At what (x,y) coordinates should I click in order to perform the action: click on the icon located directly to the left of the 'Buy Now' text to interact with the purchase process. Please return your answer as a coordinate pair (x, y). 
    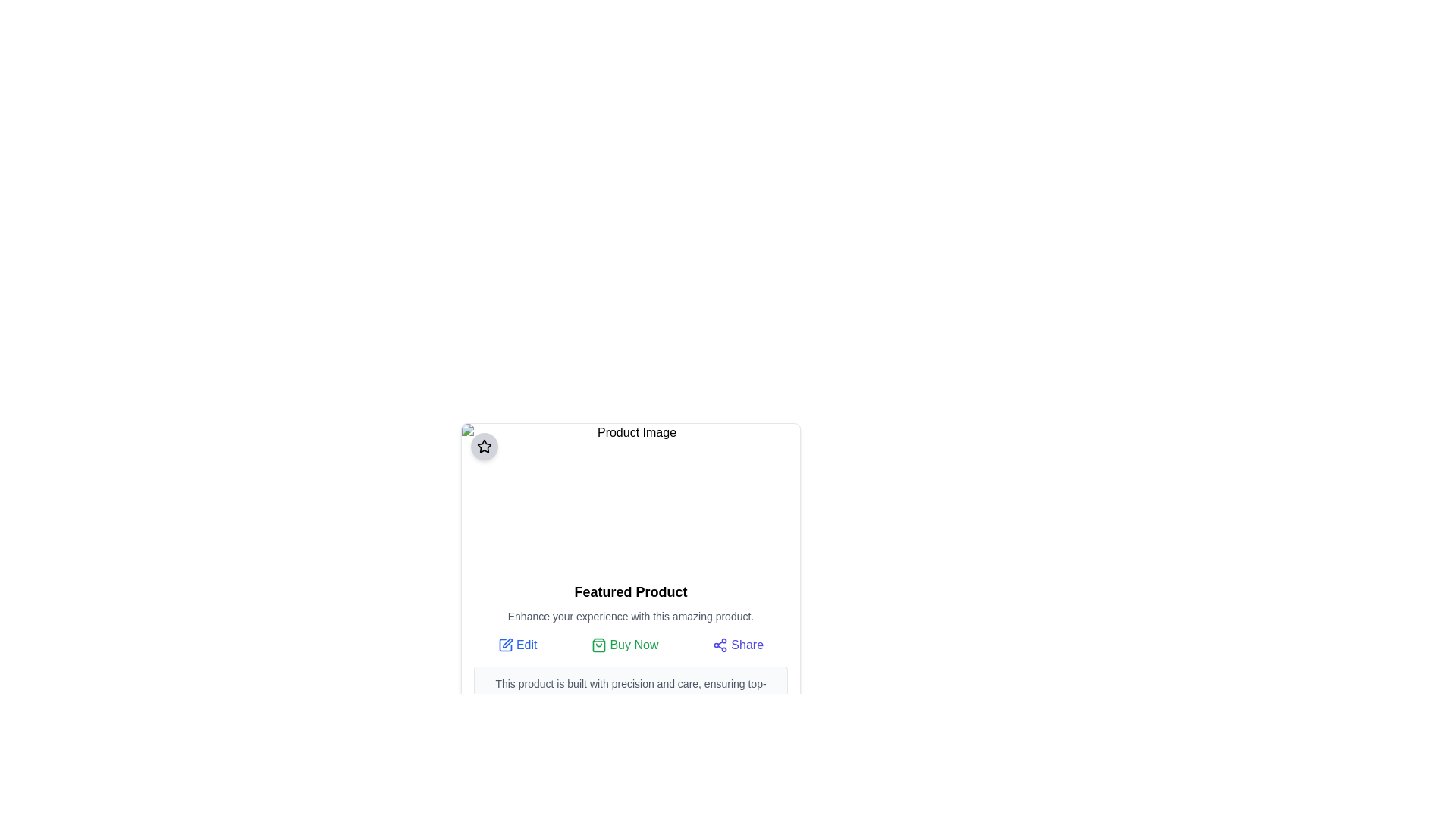
    Looking at the image, I should click on (598, 645).